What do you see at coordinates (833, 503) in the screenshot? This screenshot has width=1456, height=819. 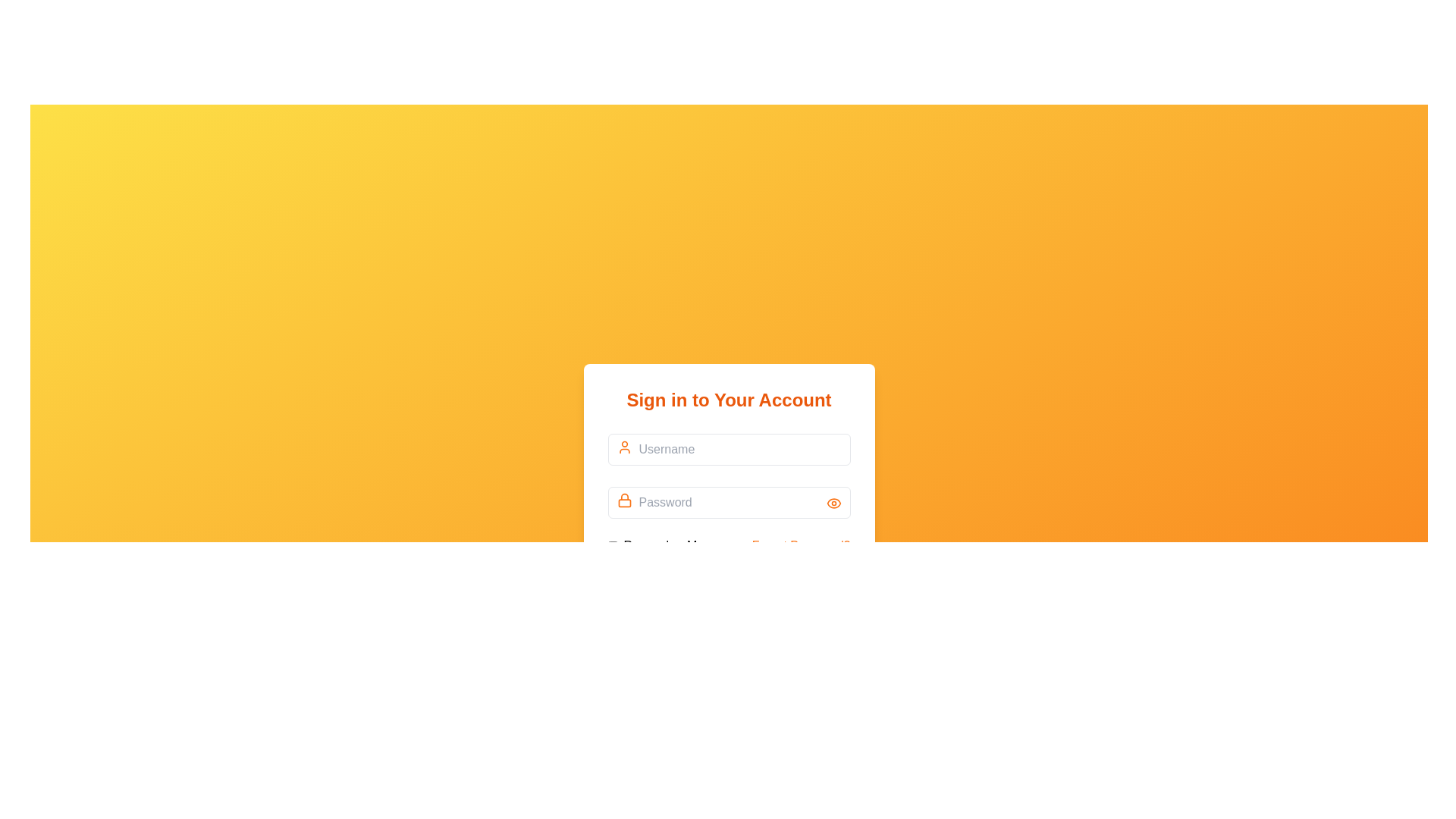 I see `the eye outline SVG element representing the visibility toggle feature in the password input field of the login form` at bounding box center [833, 503].